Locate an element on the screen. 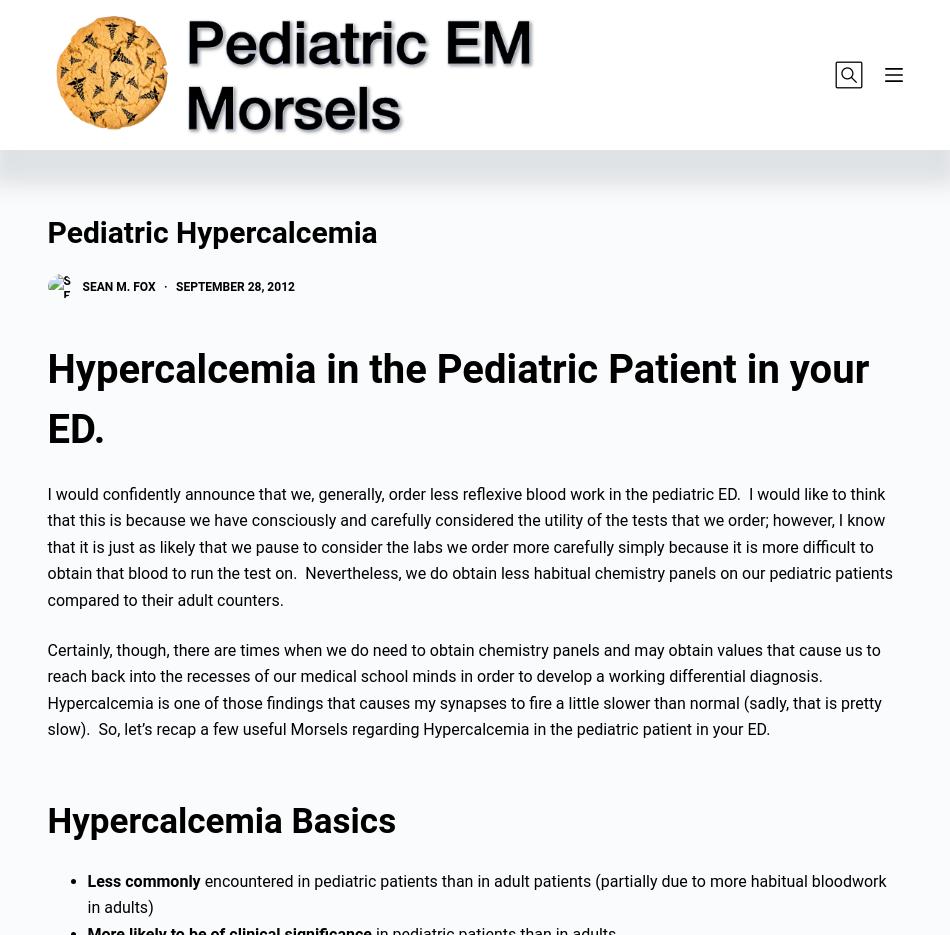 The image size is (950, 935). 'Share this:' is located at coordinates (76, 168).